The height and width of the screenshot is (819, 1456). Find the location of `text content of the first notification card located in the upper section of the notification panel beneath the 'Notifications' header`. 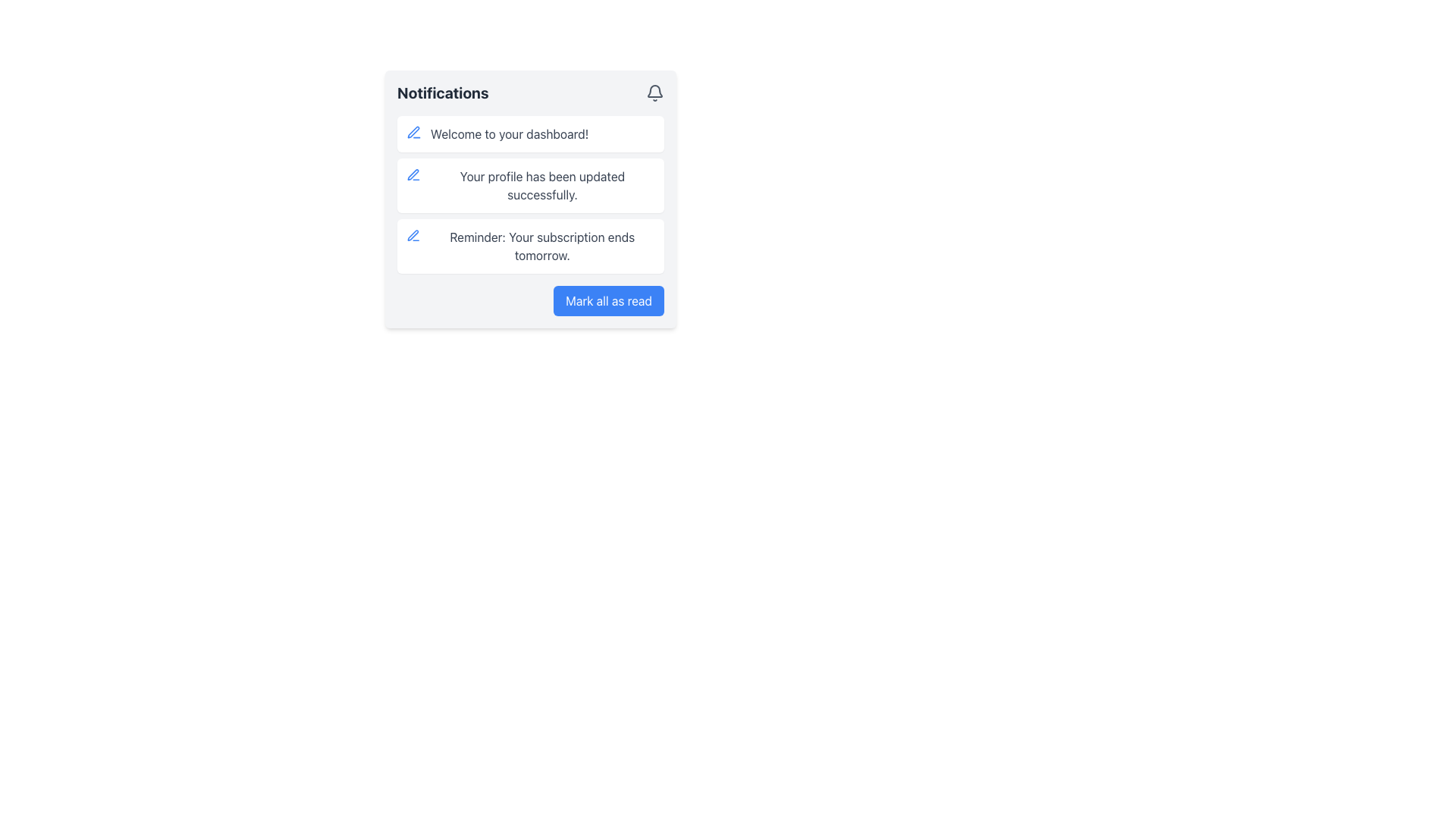

text content of the first notification card located in the upper section of the notification panel beneath the 'Notifications' header is located at coordinates (531, 133).